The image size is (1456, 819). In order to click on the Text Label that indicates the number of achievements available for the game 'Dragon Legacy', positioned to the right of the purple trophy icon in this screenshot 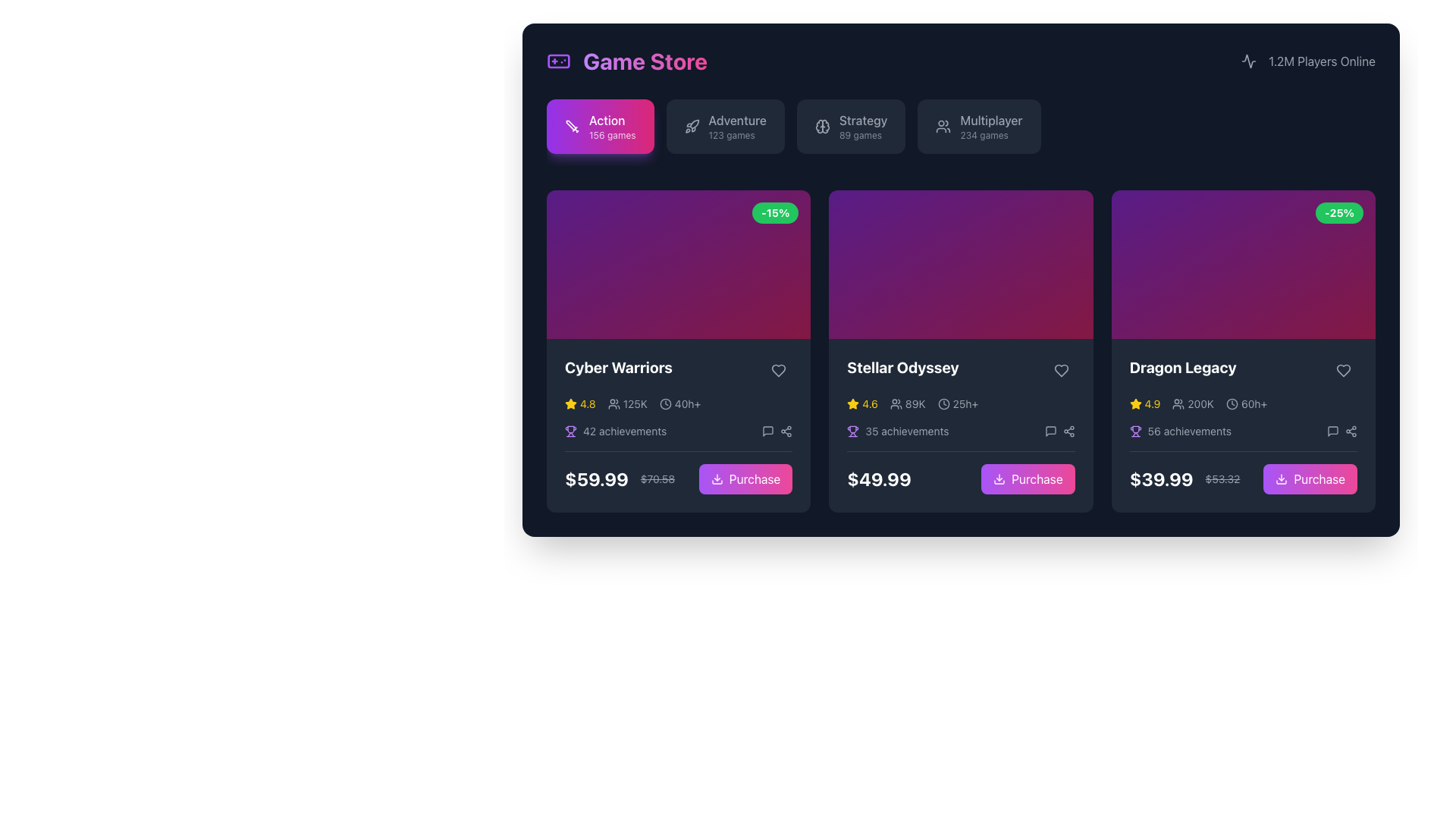, I will do `click(1188, 431)`.